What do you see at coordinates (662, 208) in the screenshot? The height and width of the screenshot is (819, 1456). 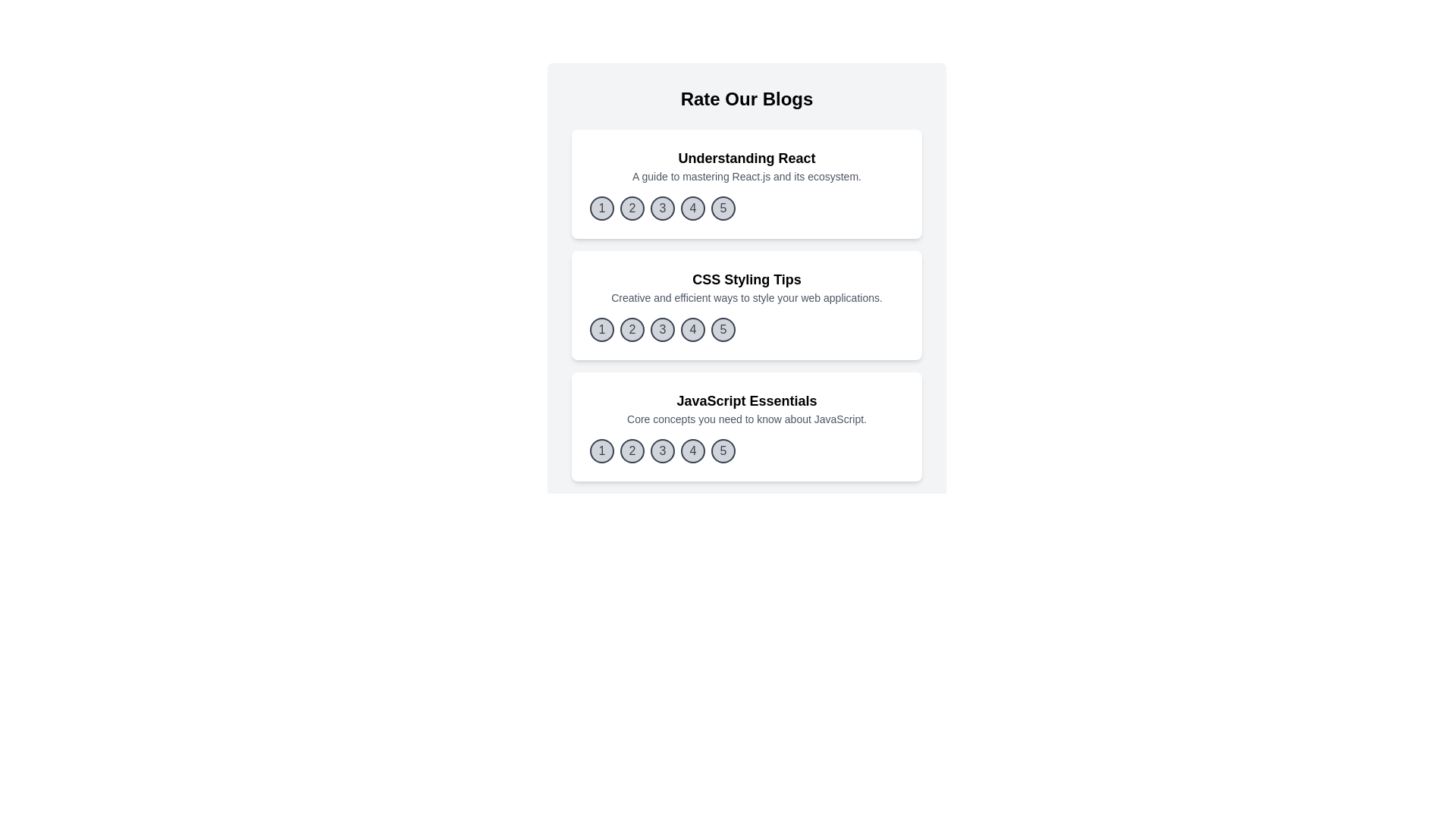 I see `the rating button corresponding to 3 for the blog titled 'Understanding React'` at bounding box center [662, 208].